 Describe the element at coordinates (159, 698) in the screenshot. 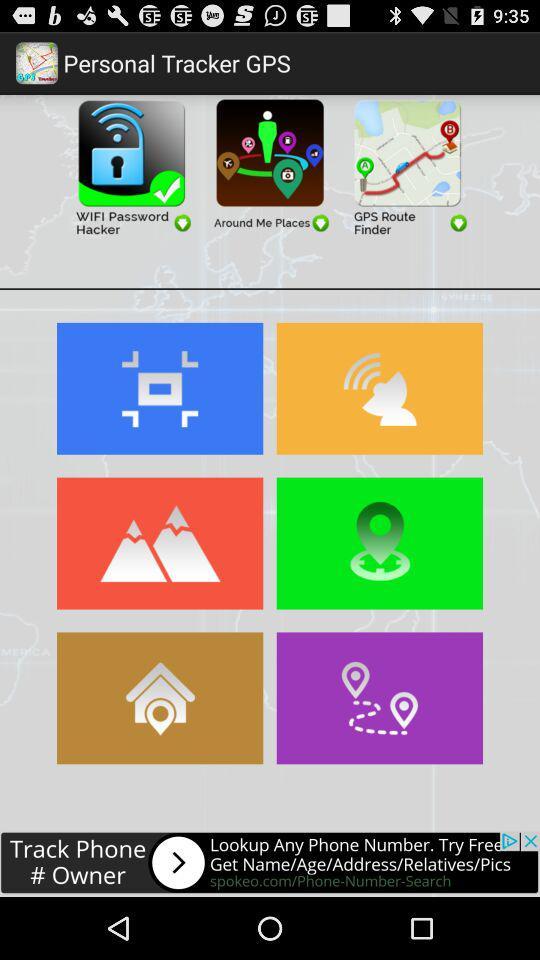

I see `search home` at that location.